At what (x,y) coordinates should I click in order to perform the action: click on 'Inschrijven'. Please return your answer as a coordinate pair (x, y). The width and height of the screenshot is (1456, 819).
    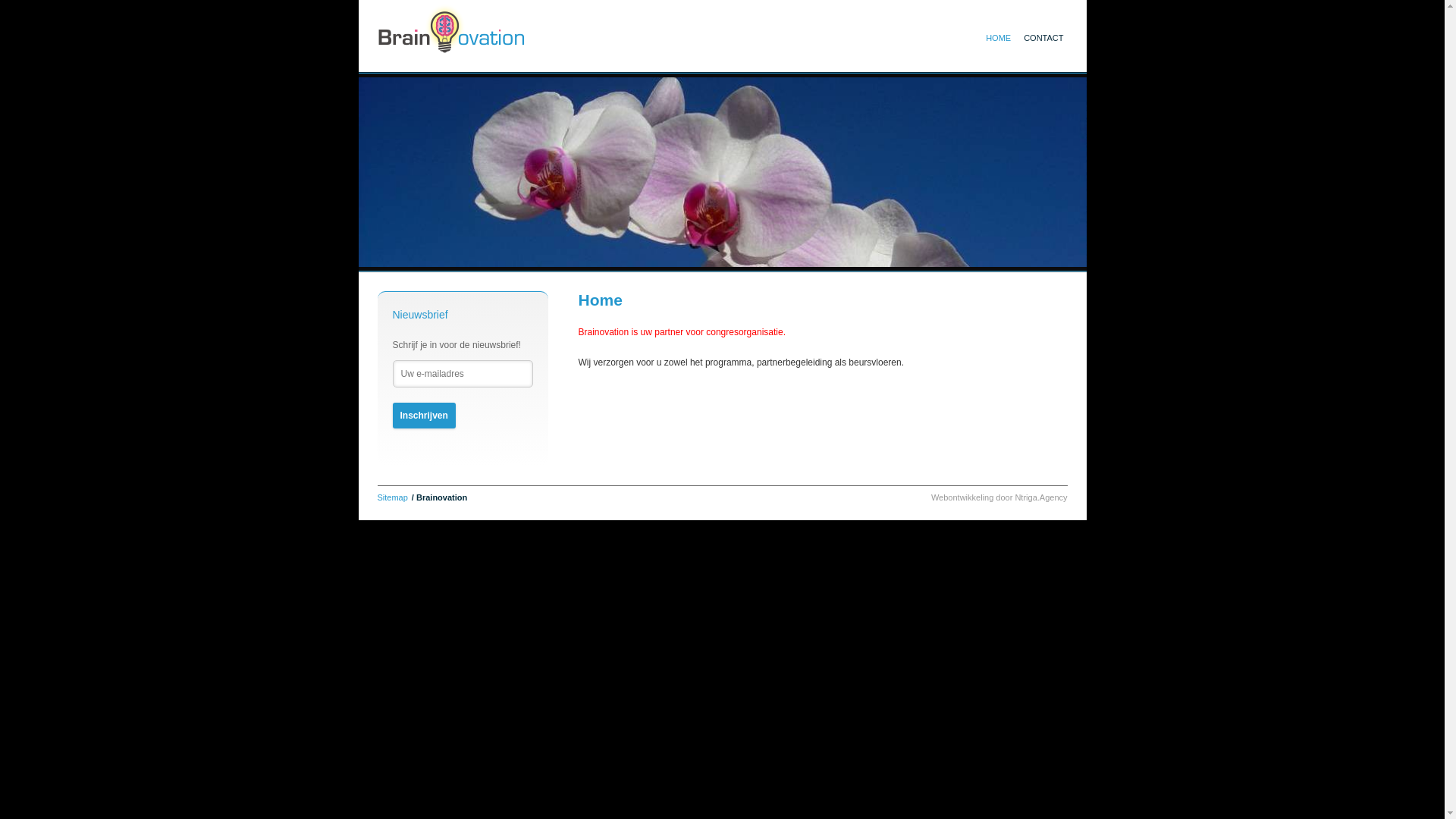
    Looking at the image, I should click on (393, 415).